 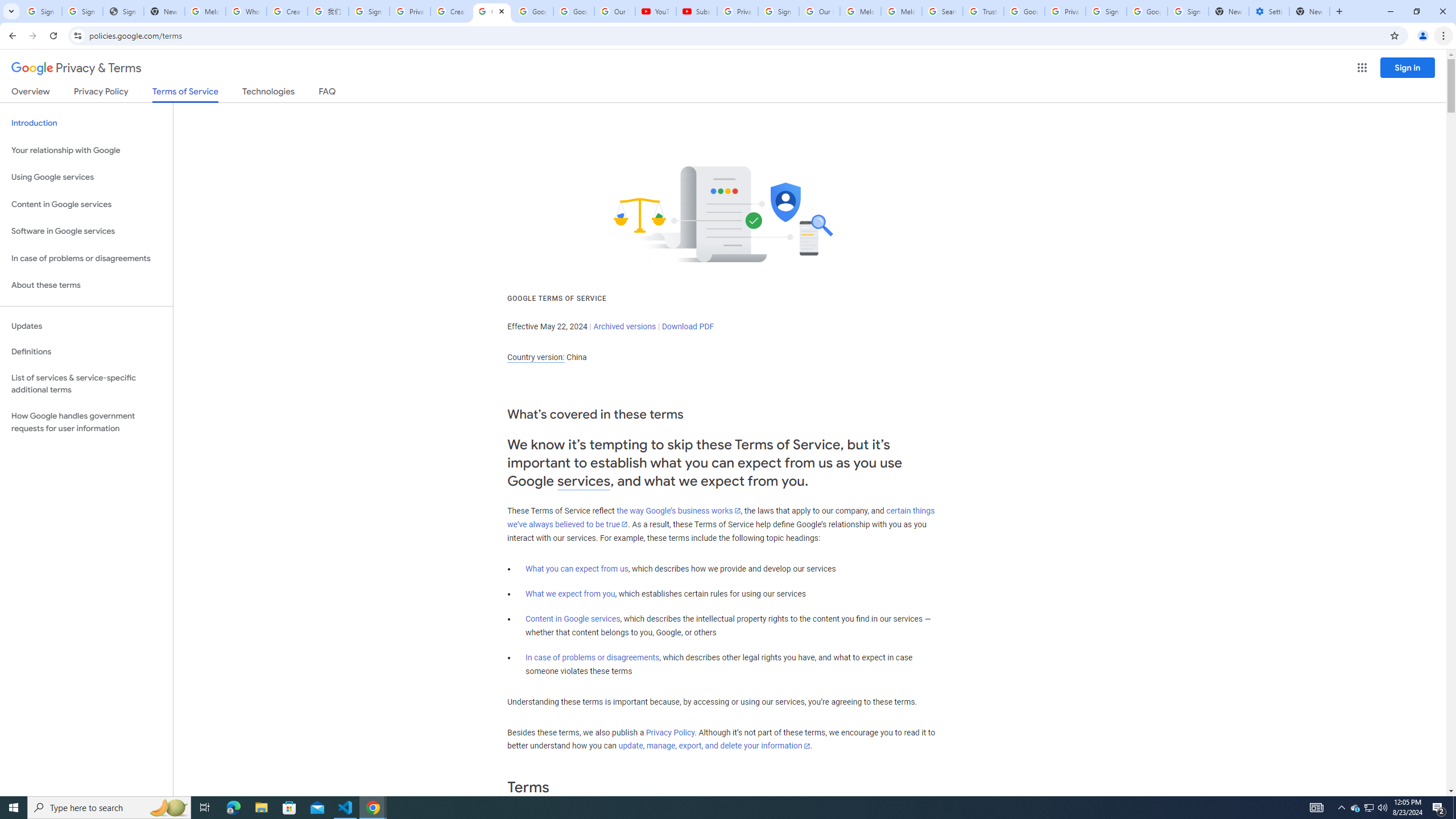 I want to click on 'Privacy & Terms', so click(x=76, y=68).